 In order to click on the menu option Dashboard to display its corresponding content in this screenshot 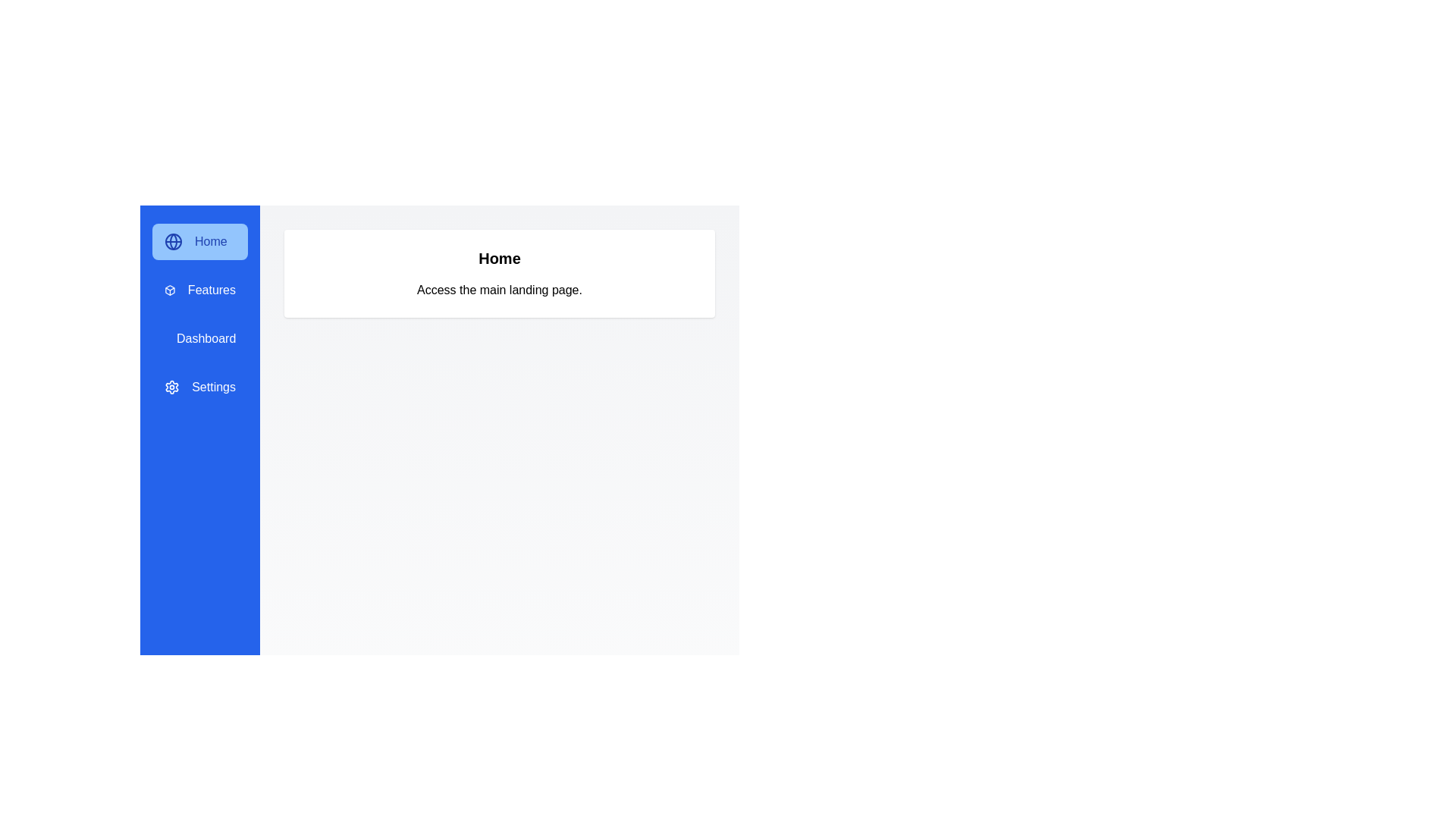, I will do `click(199, 338)`.